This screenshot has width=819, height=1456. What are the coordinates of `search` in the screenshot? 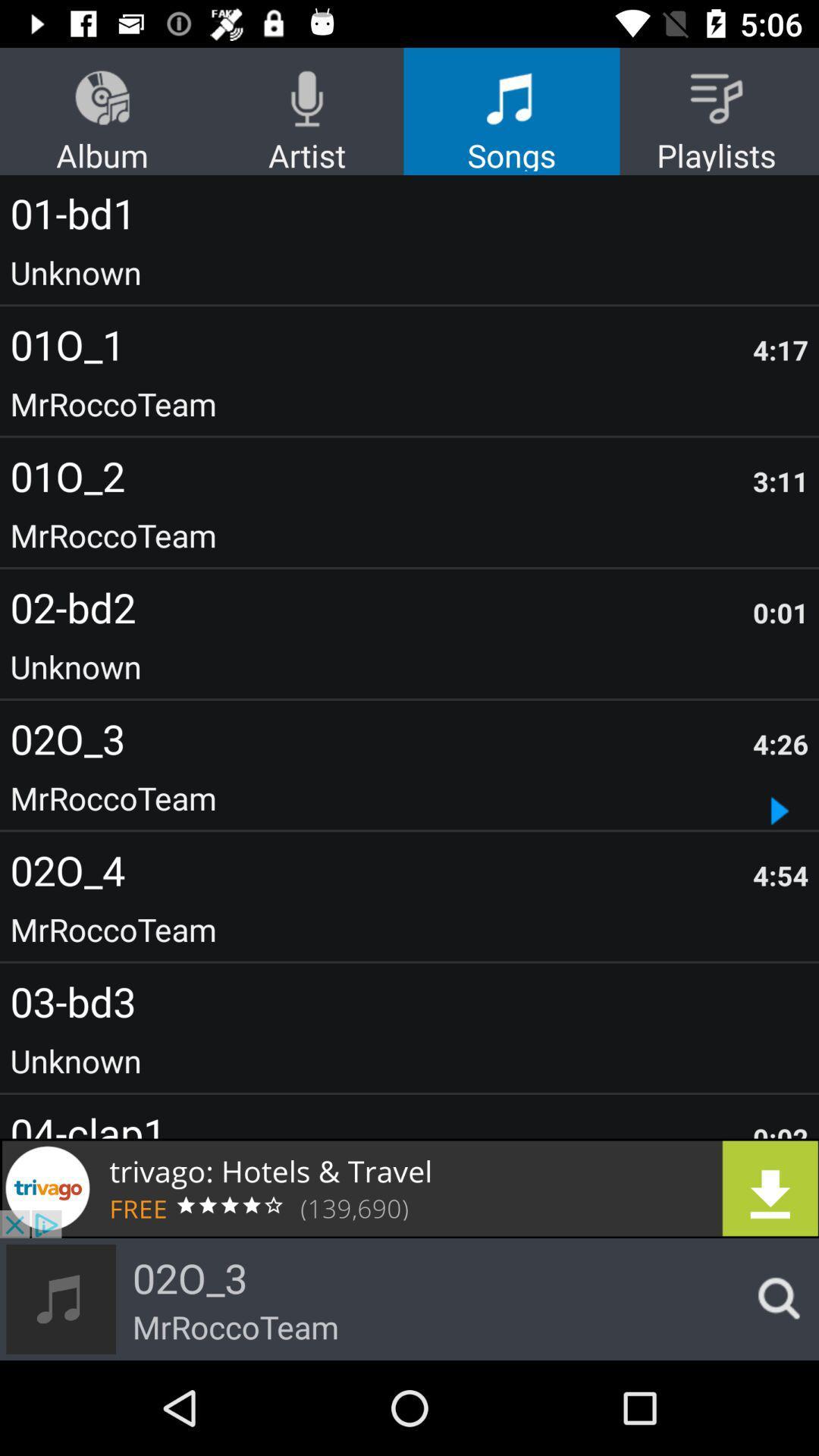 It's located at (774, 1298).